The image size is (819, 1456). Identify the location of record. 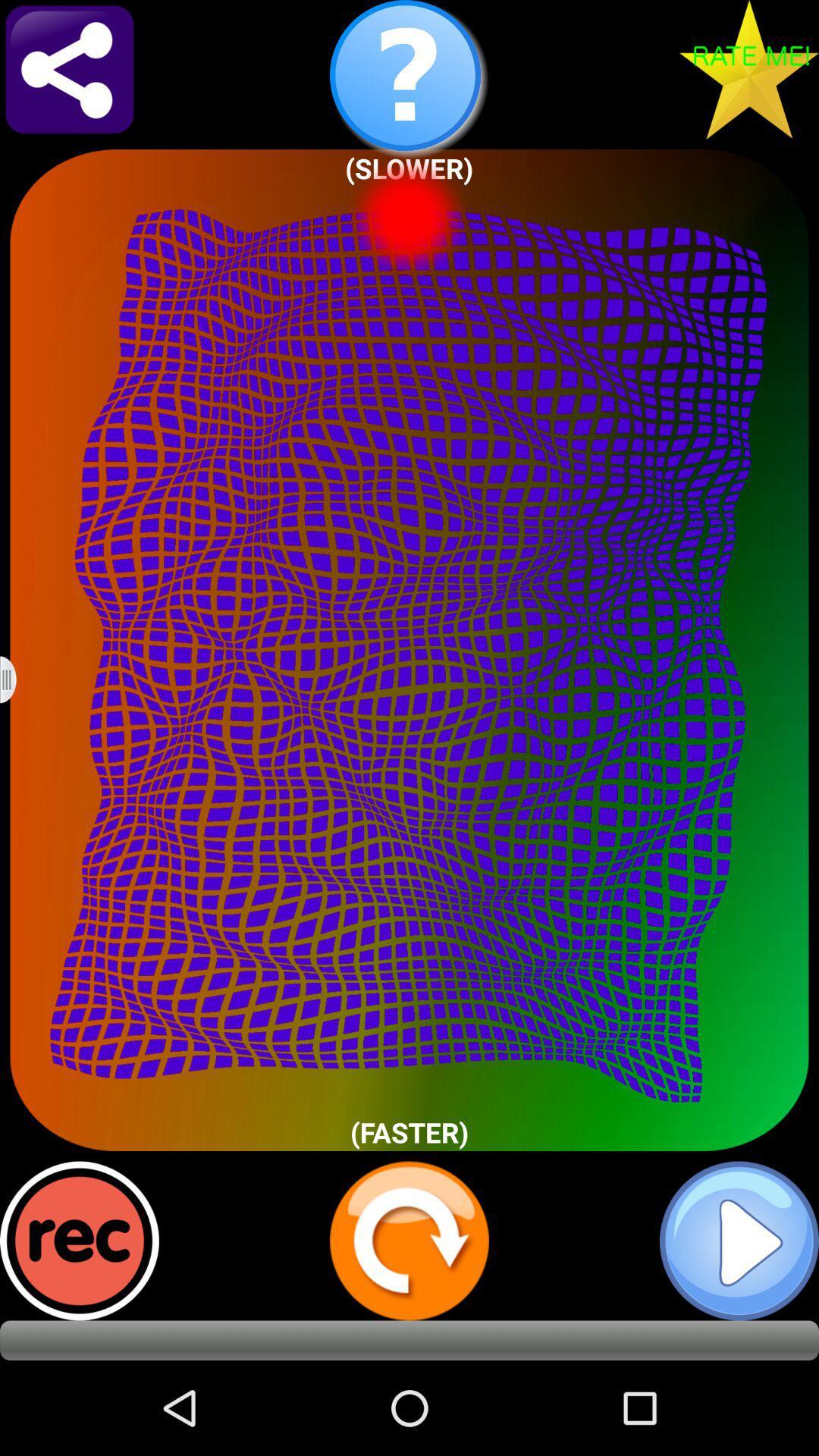
(79, 1241).